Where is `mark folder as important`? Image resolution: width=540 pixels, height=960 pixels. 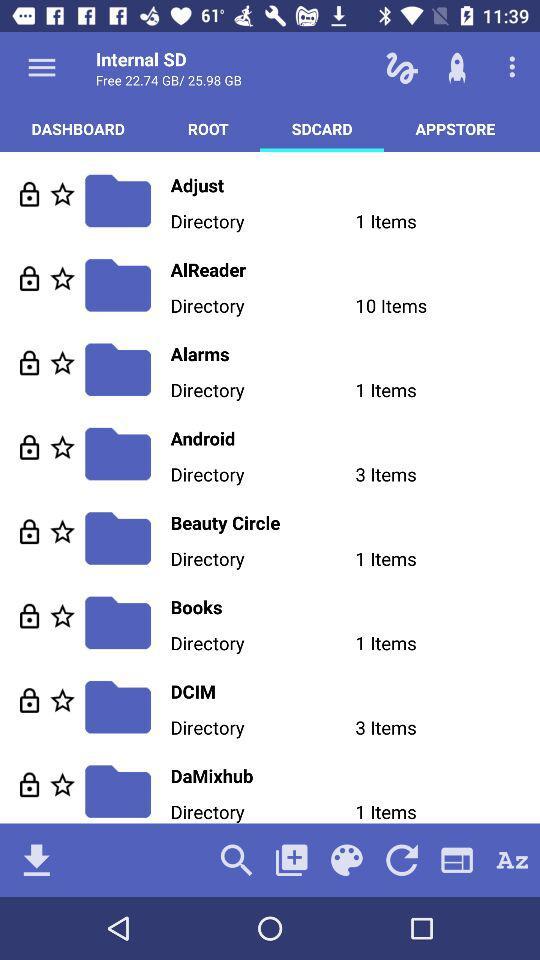 mark folder as important is located at coordinates (62, 615).